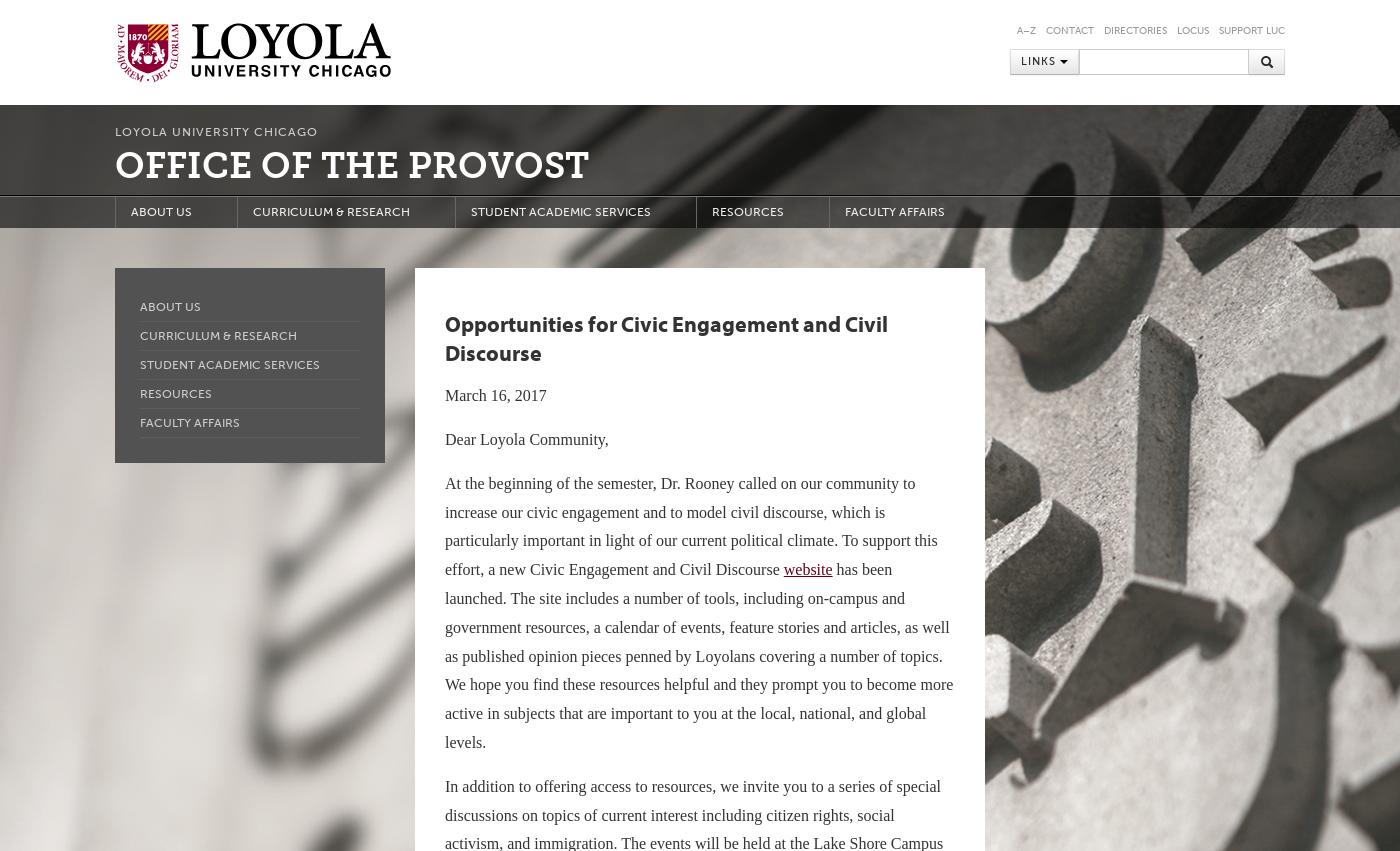 This screenshot has height=851, width=1400. Describe the element at coordinates (189, 422) in the screenshot. I see `'Faculty Affairs'` at that location.